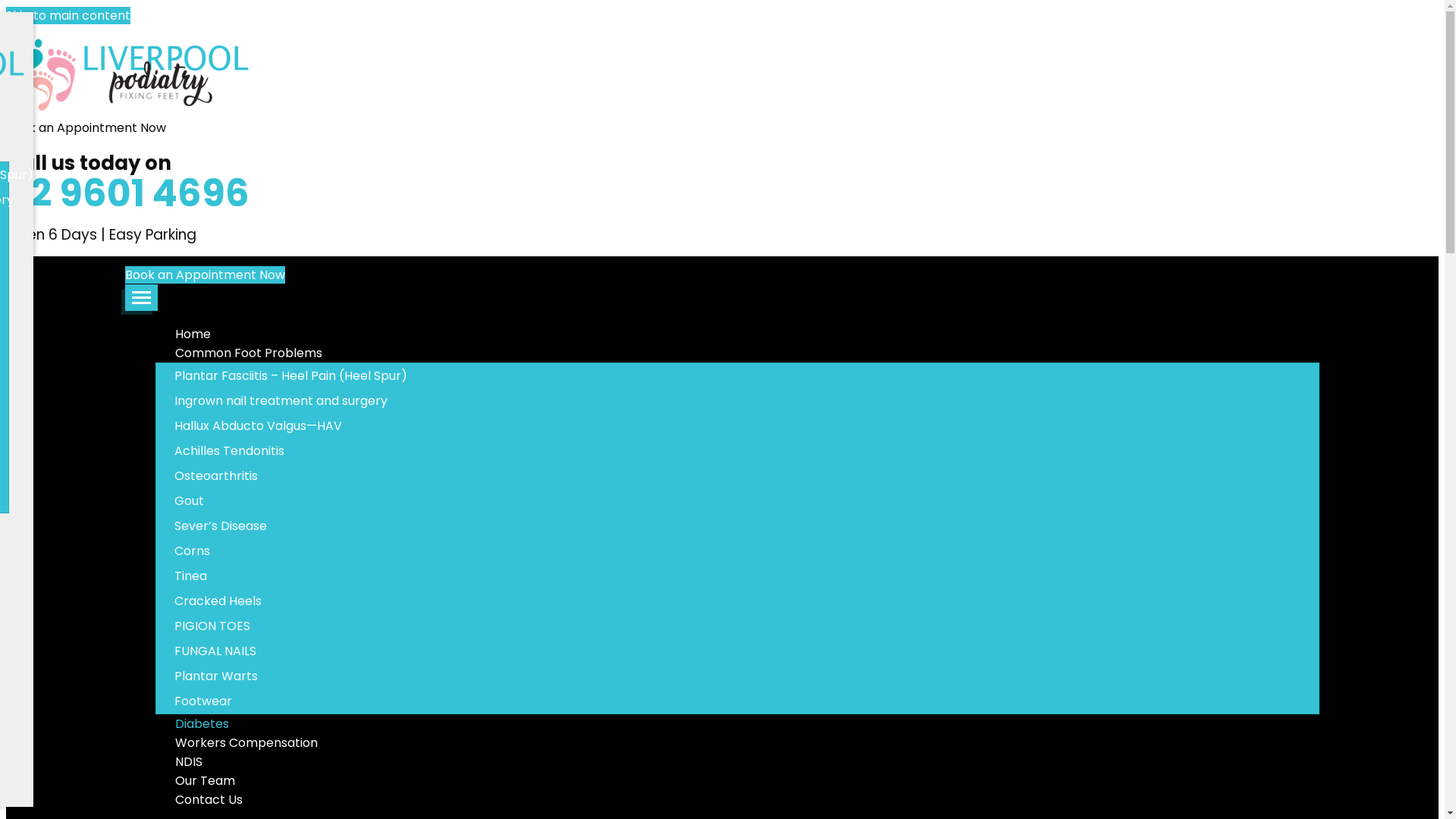 The width and height of the screenshot is (1456, 819). What do you see at coordinates (200, 723) in the screenshot?
I see `'Diabetes'` at bounding box center [200, 723].